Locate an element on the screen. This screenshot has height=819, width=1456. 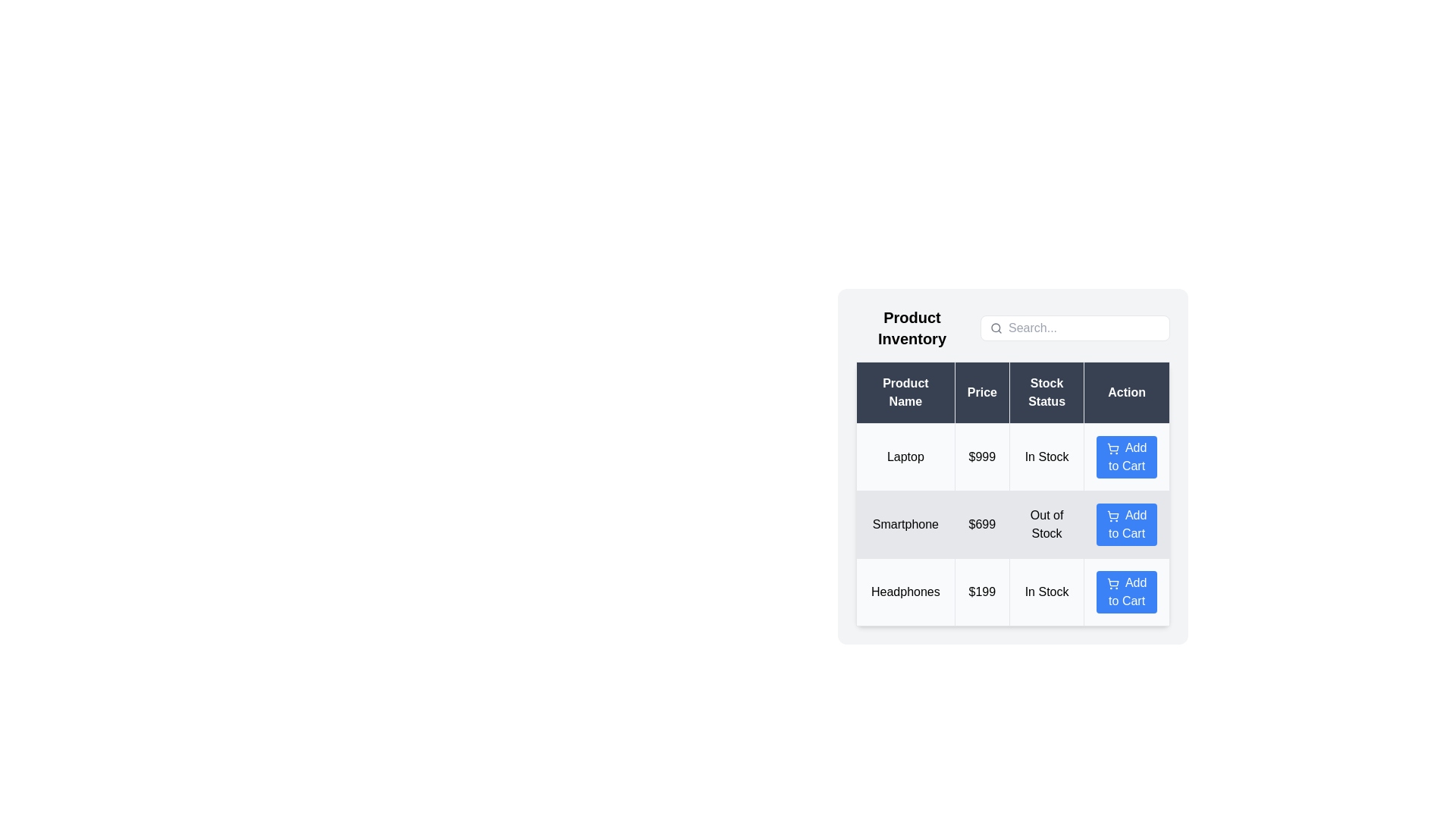
the search input field and type the query 'Laptop' is located at coordinates (1084, 327).